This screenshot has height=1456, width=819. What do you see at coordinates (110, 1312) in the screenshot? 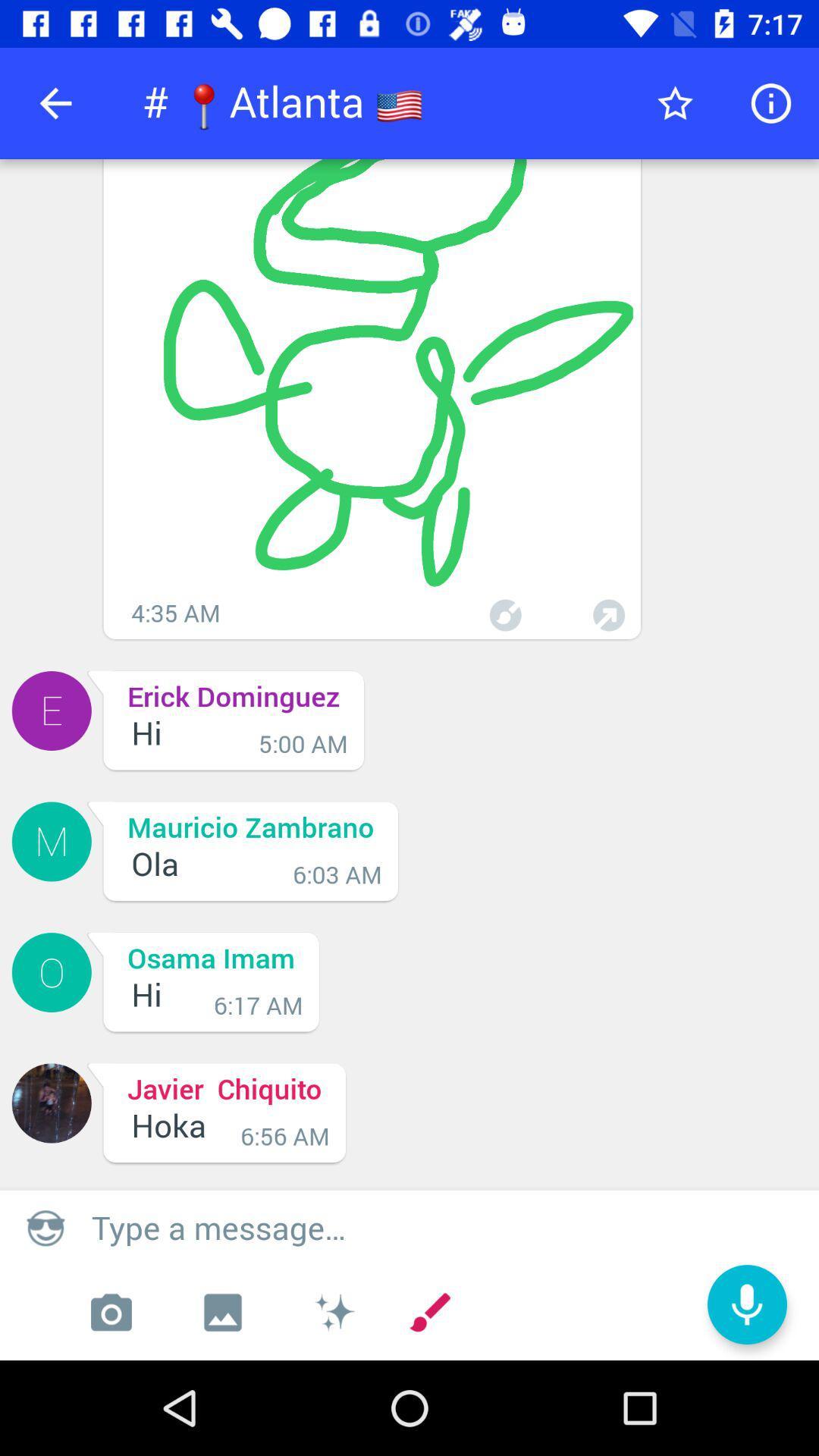
I see `the photo icon` at bounding box center [110, 1312].